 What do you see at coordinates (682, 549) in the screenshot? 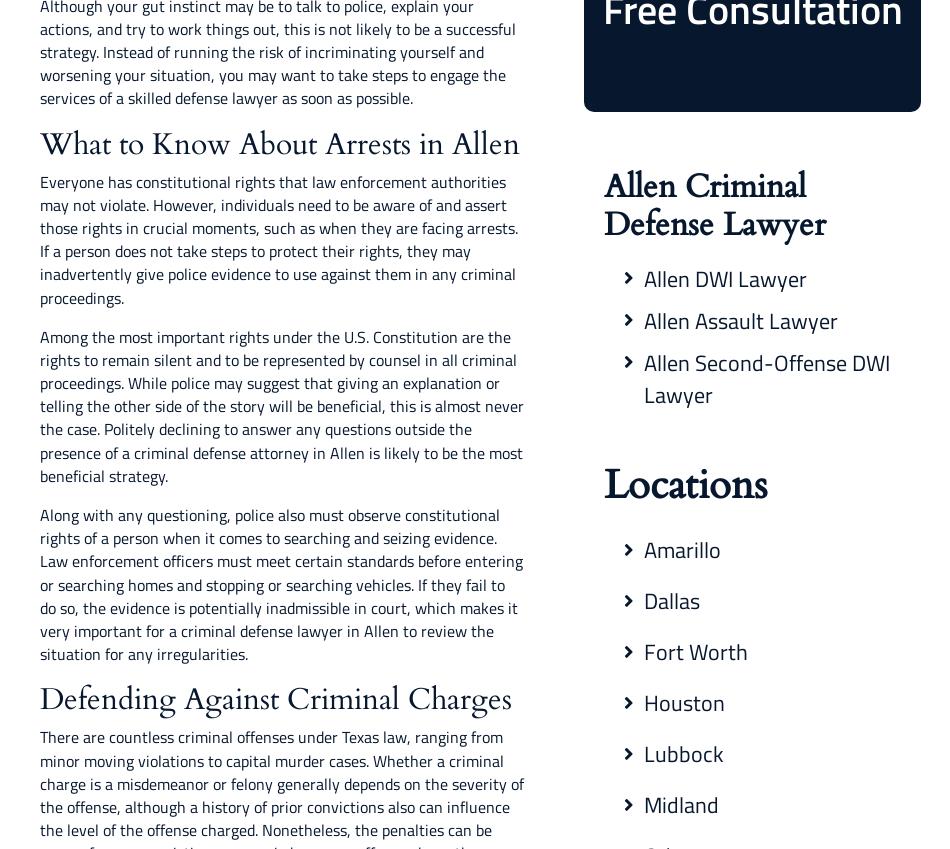
I see `'Amarillo'` at bounding box center [682, 549].